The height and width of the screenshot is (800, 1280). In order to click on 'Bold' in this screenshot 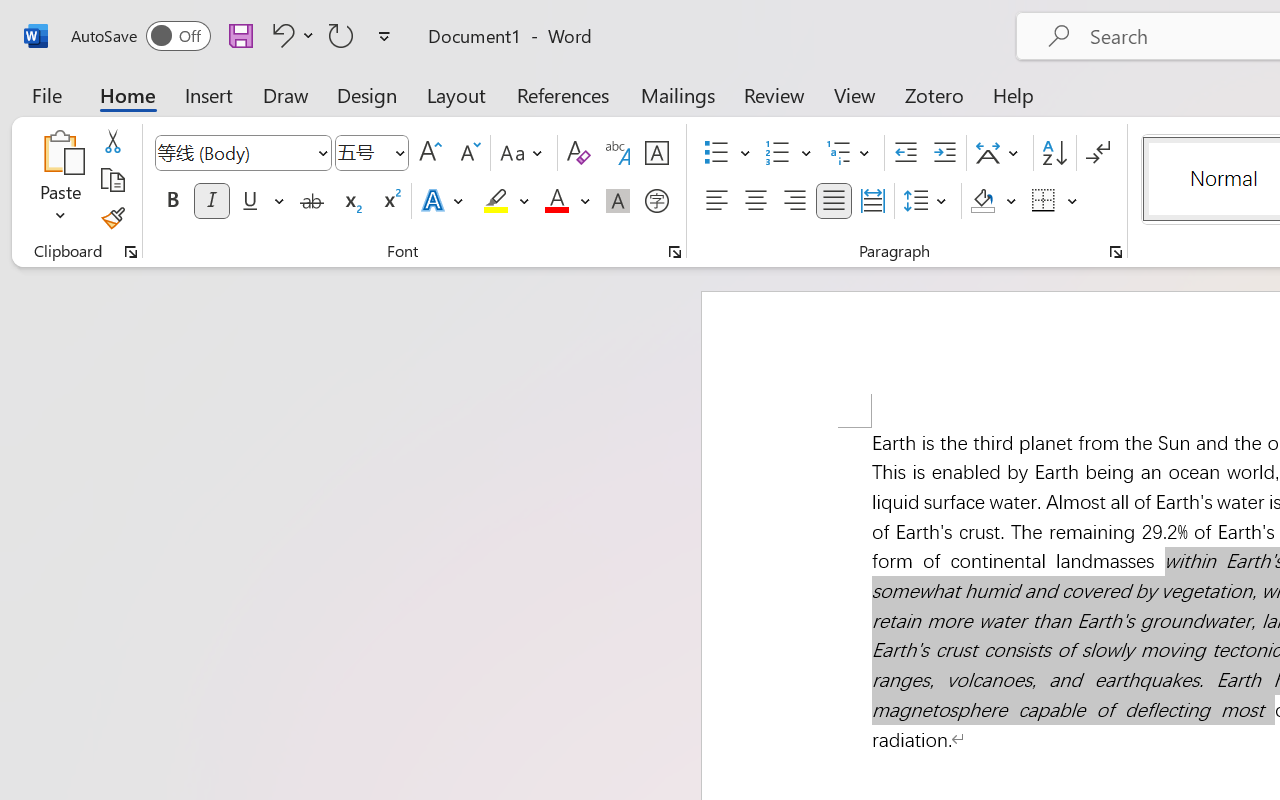, I will do `click(172, 201)`.